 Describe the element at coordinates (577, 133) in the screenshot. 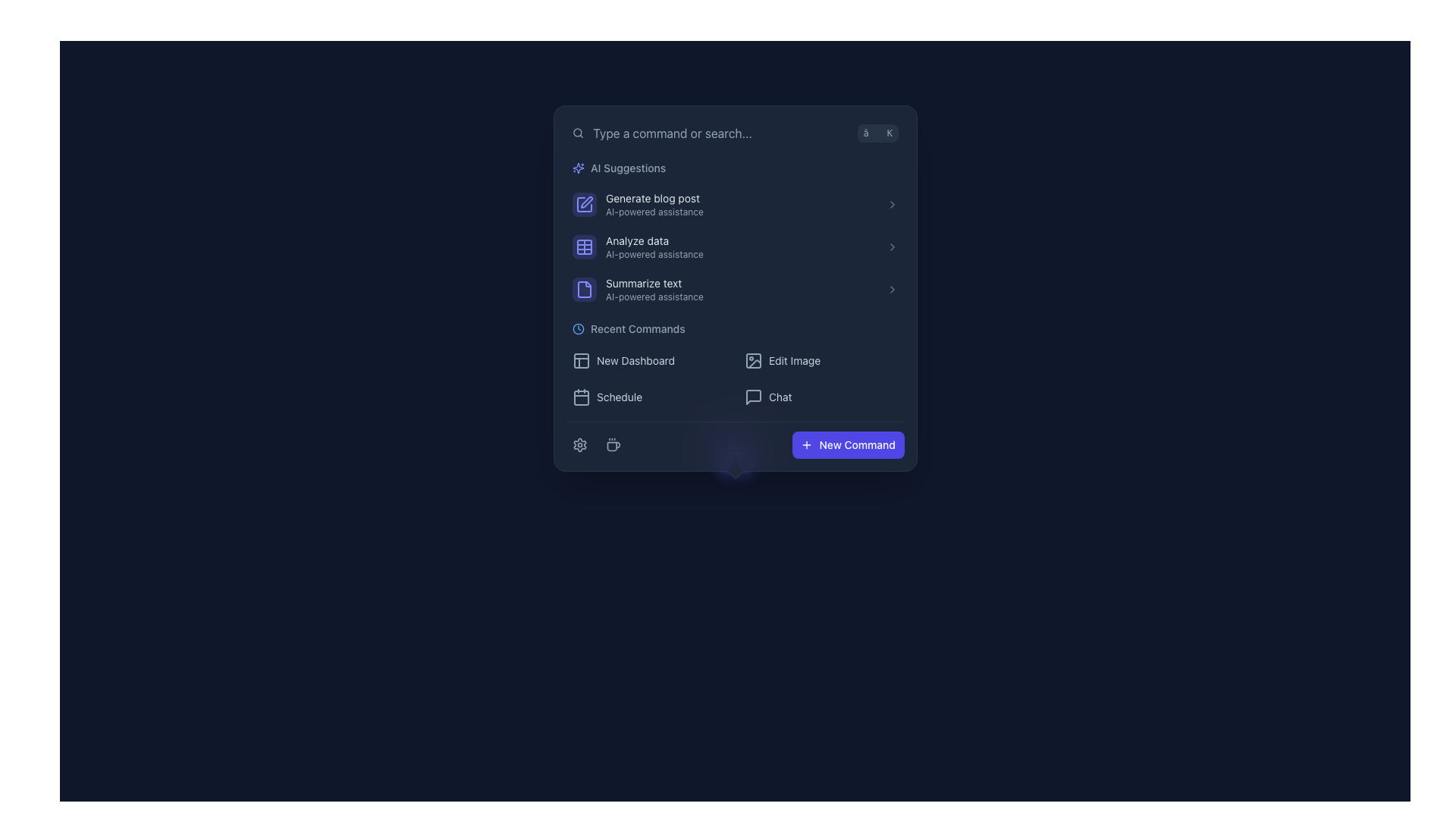

I see `the search icon located at the left side of the search bar` at that location.